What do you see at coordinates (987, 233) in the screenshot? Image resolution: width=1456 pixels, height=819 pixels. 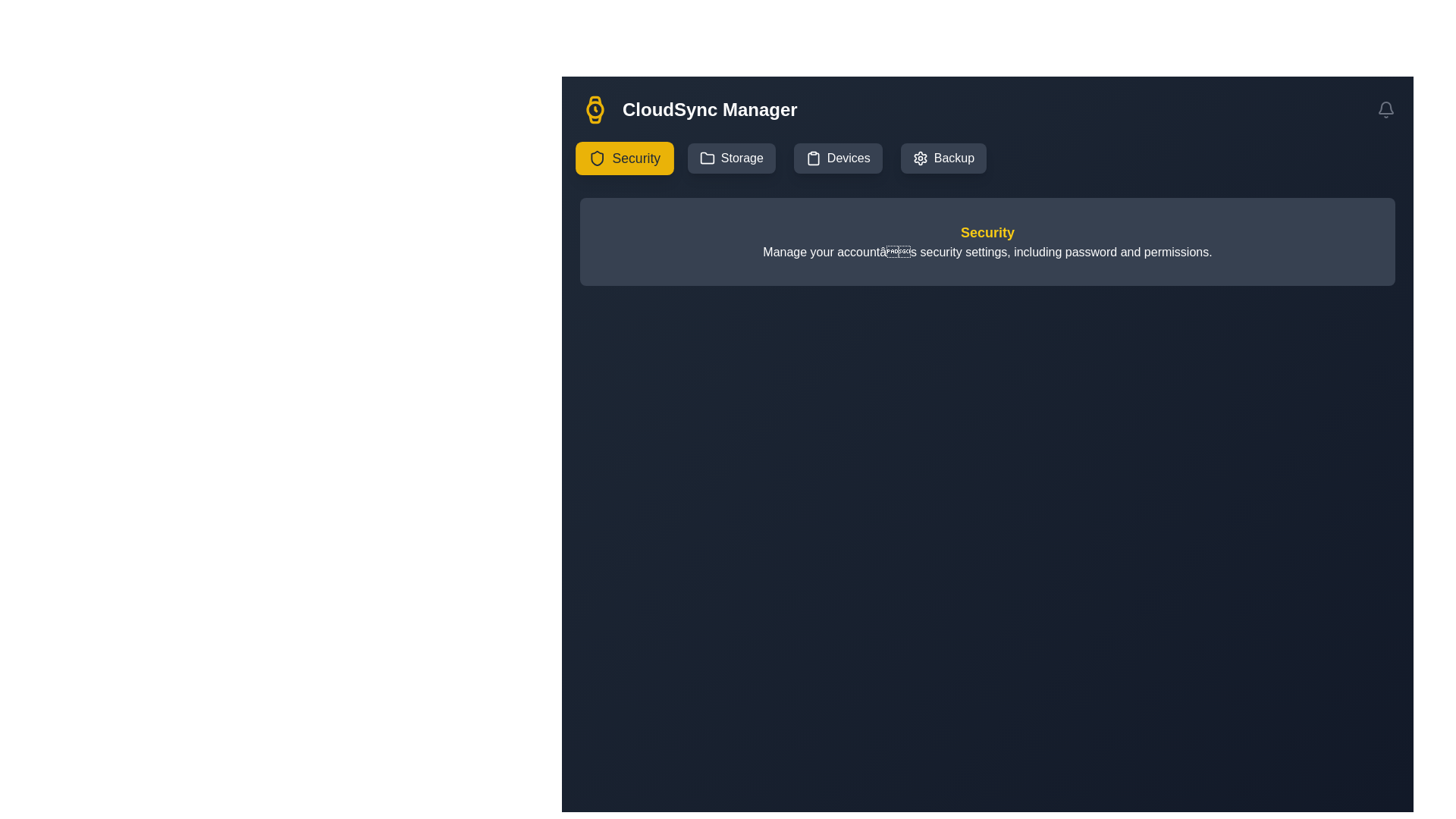 I see `the Text Label that indicates the section for security settings, located near the top of the main content area` at bounding box center [987, 233].